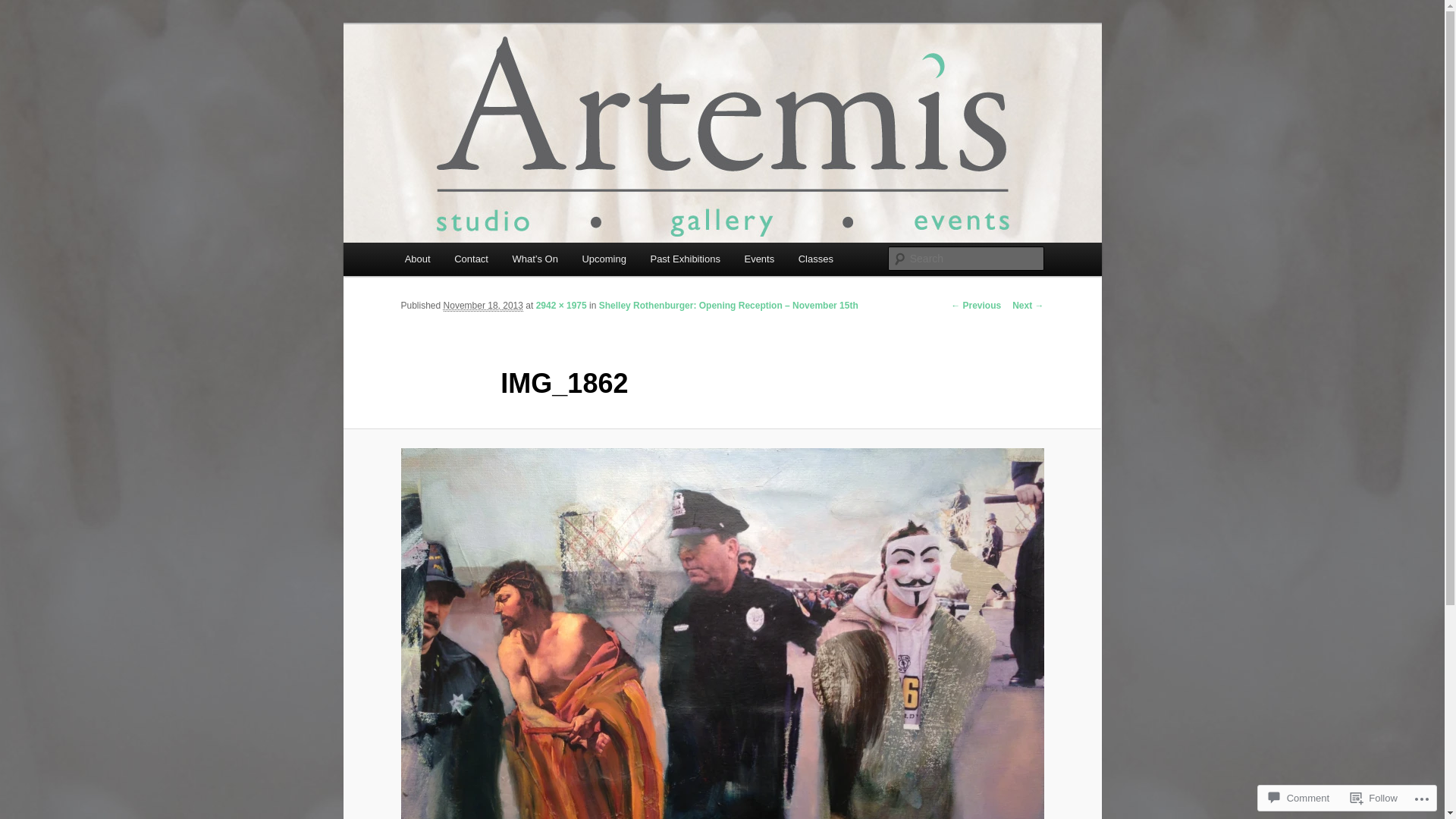 The image size is (1456, 819). I want to click on 'Comment', so click(1298, 797).